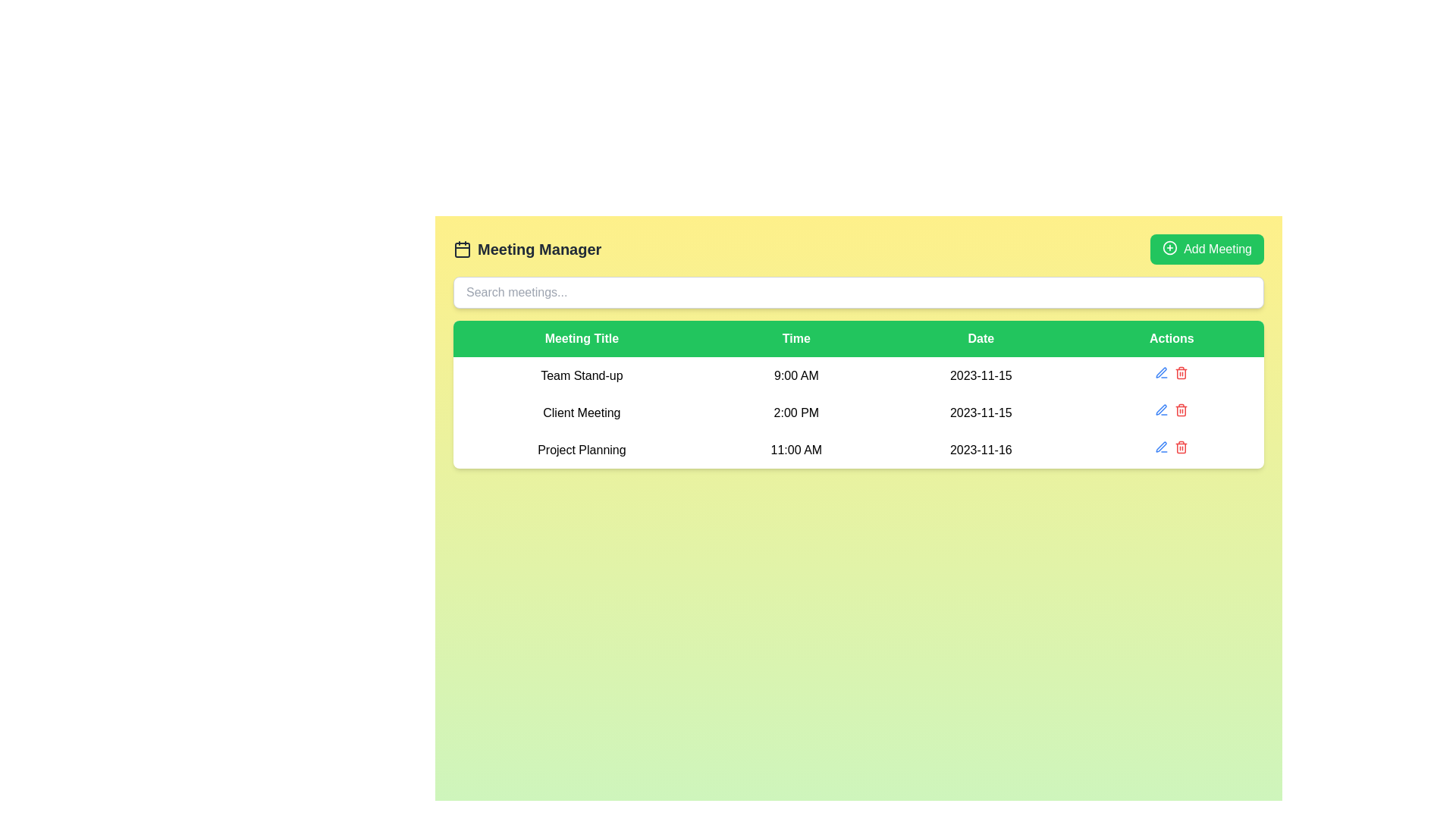 This screenshot has width=1456, height=819. Describe the element at coordinates (1160, 446) in the screenshot. I see `the edit button located in the 'Actions' column of the third row in the visible table` at that location.